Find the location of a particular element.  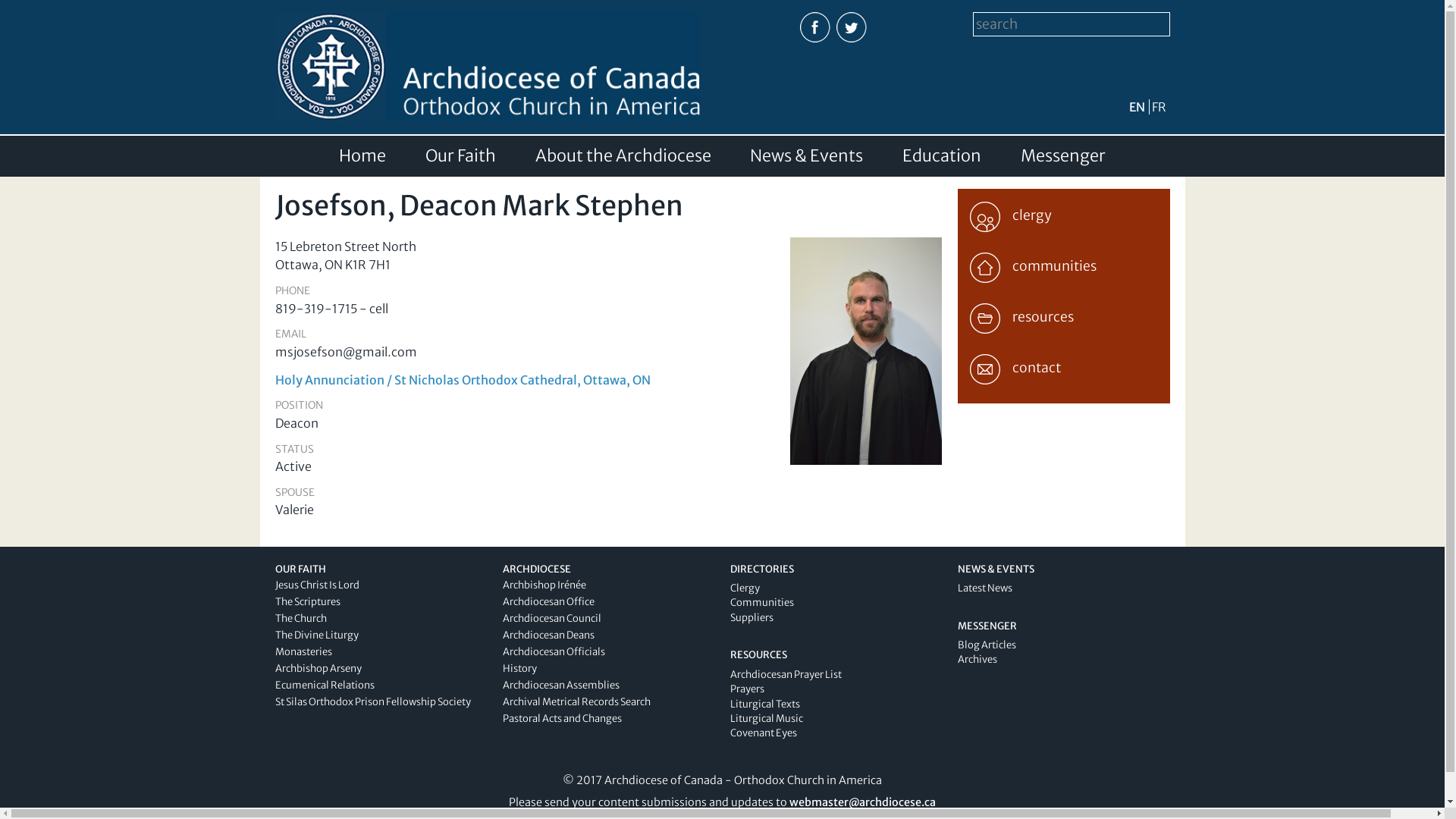

'Blog Articles' is located at coordinates (956, 645).